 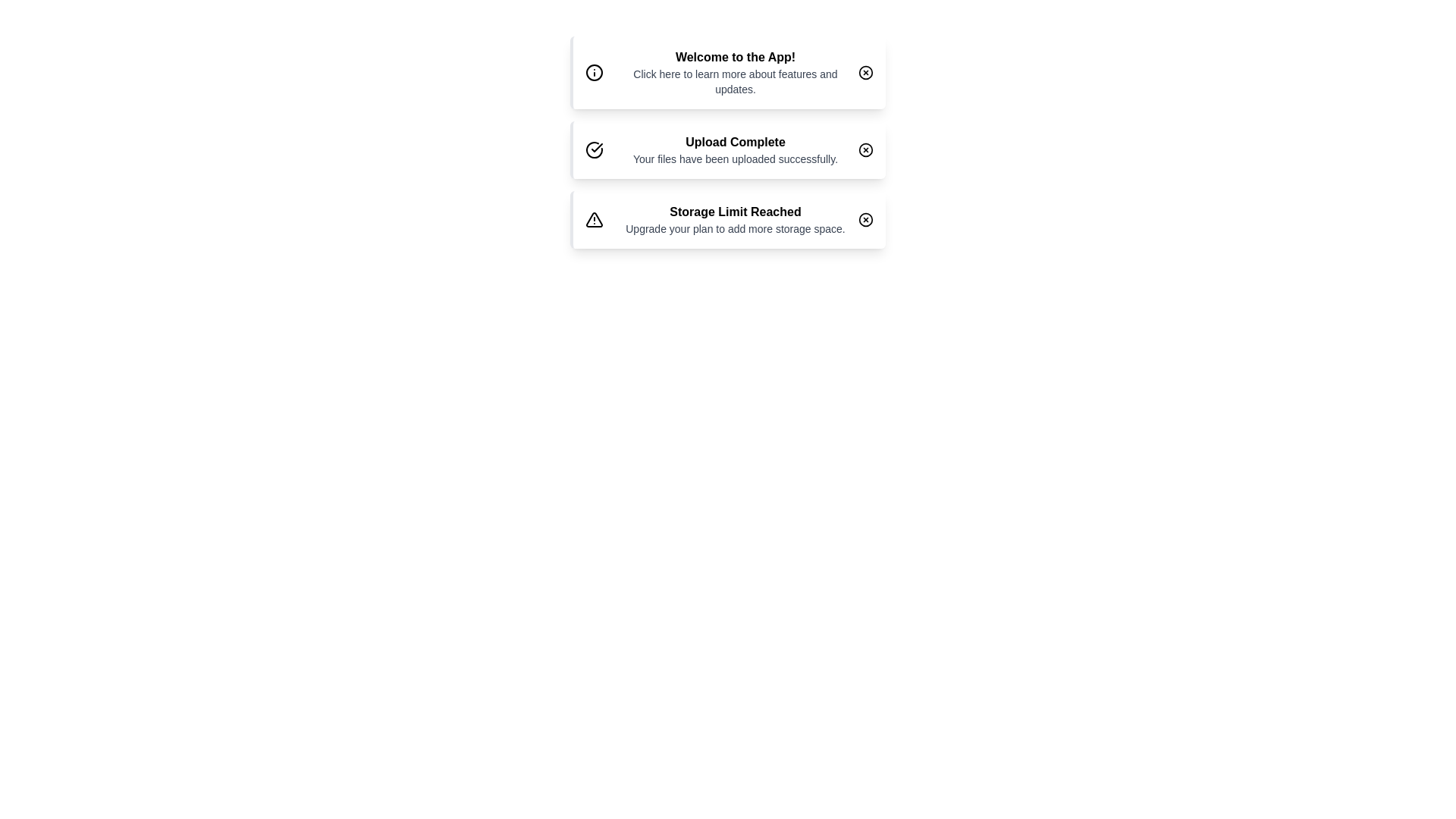 I want to click on close button of the notification to dismiss it, so click(x=866, y=73).